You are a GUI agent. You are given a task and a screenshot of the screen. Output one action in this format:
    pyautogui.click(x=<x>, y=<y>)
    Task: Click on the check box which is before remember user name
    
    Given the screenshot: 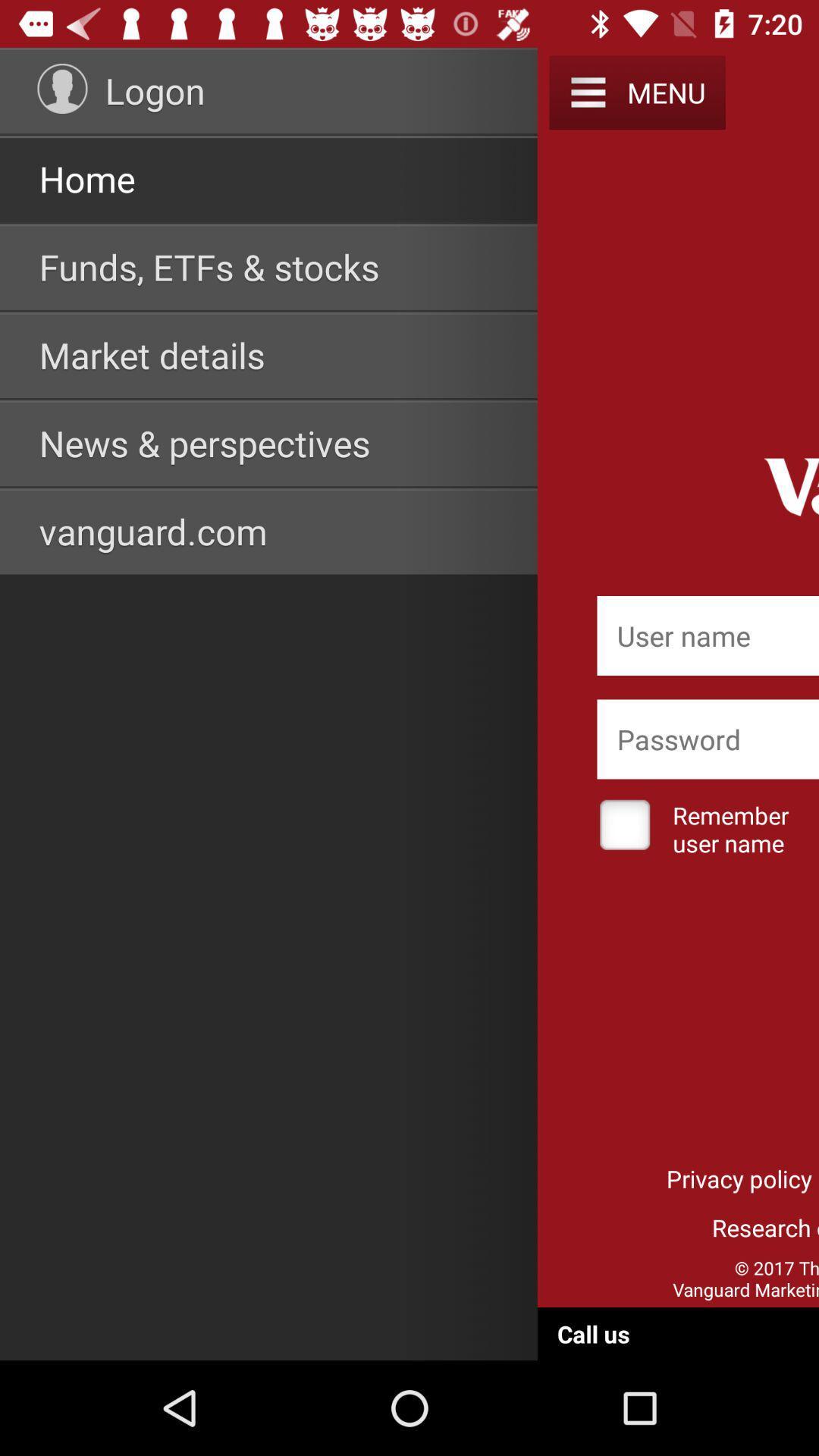 What is the action you would take?
    pyautogui.click(x=625, y=826)
    